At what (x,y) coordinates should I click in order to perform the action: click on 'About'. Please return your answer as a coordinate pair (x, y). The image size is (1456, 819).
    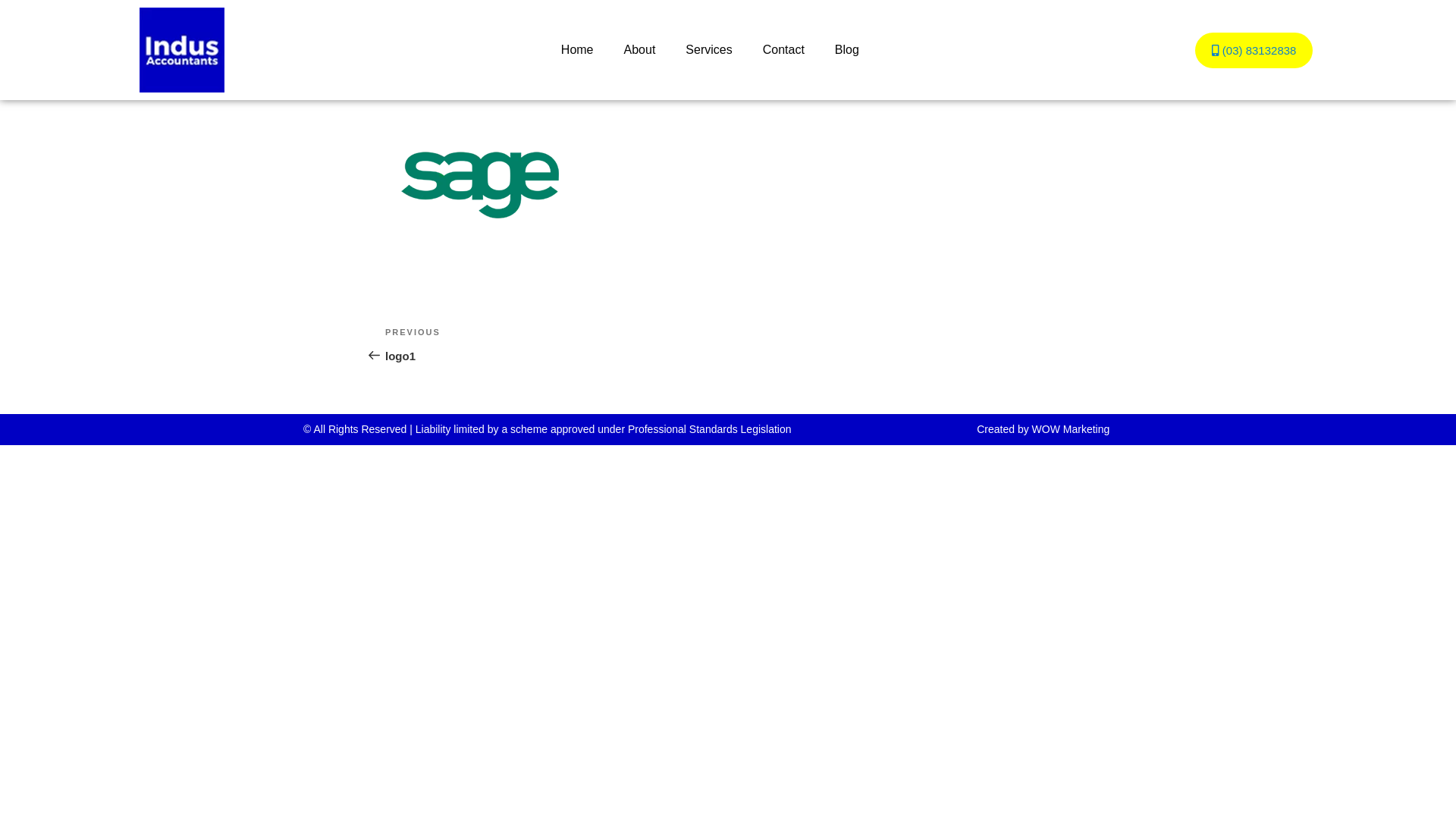
    Looking at the image, I should click on (640, 49).